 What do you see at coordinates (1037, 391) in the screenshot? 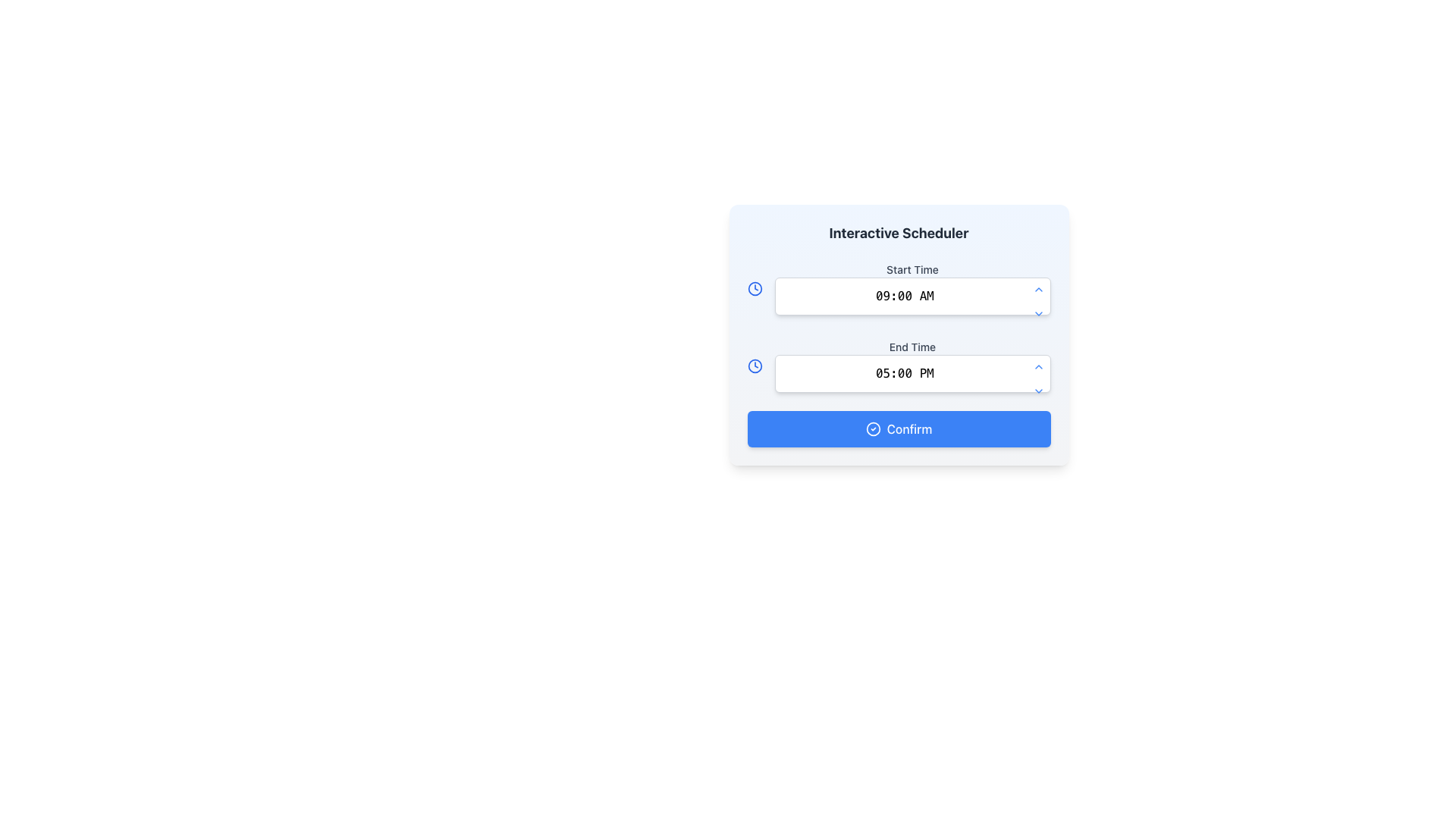
I see `the blue chevron-down icon located on the right side of the 'End Time' dropdown field` at bounding box center [1037, 391].